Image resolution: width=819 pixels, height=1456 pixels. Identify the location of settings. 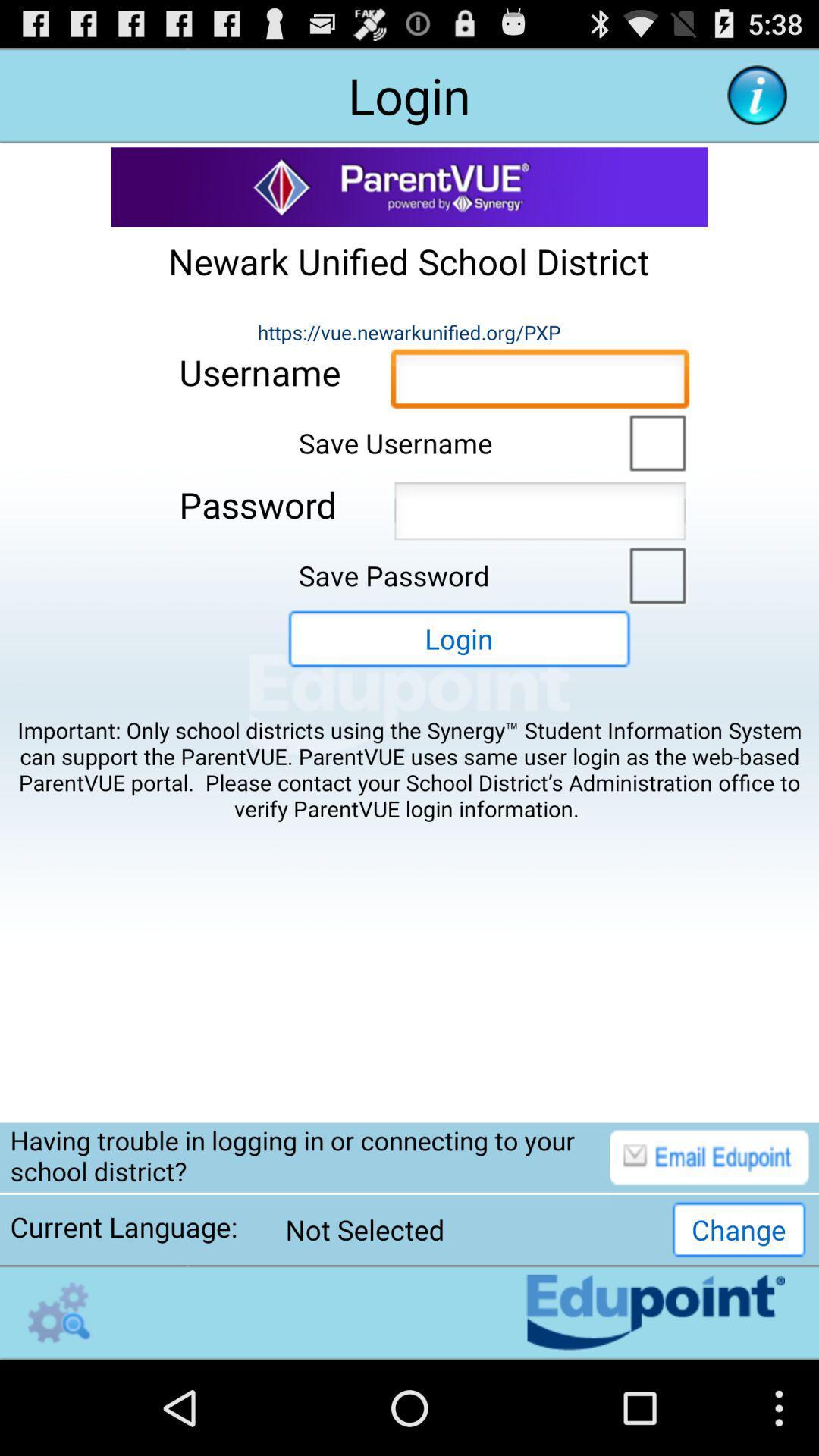
(58, 1312).